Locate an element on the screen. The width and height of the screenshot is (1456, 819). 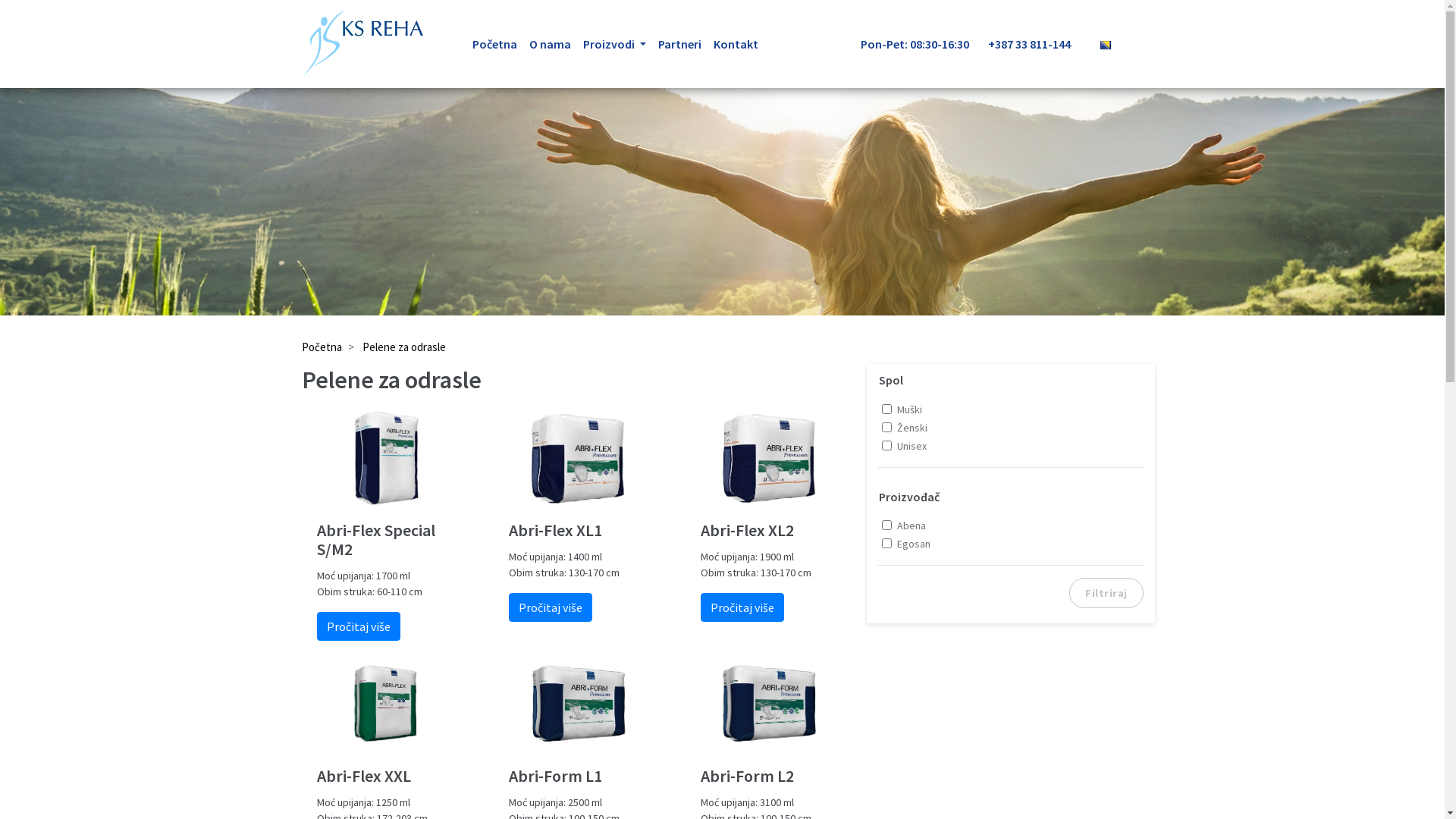
'Pelene za odrasle' is located at coordinates (403, 347).